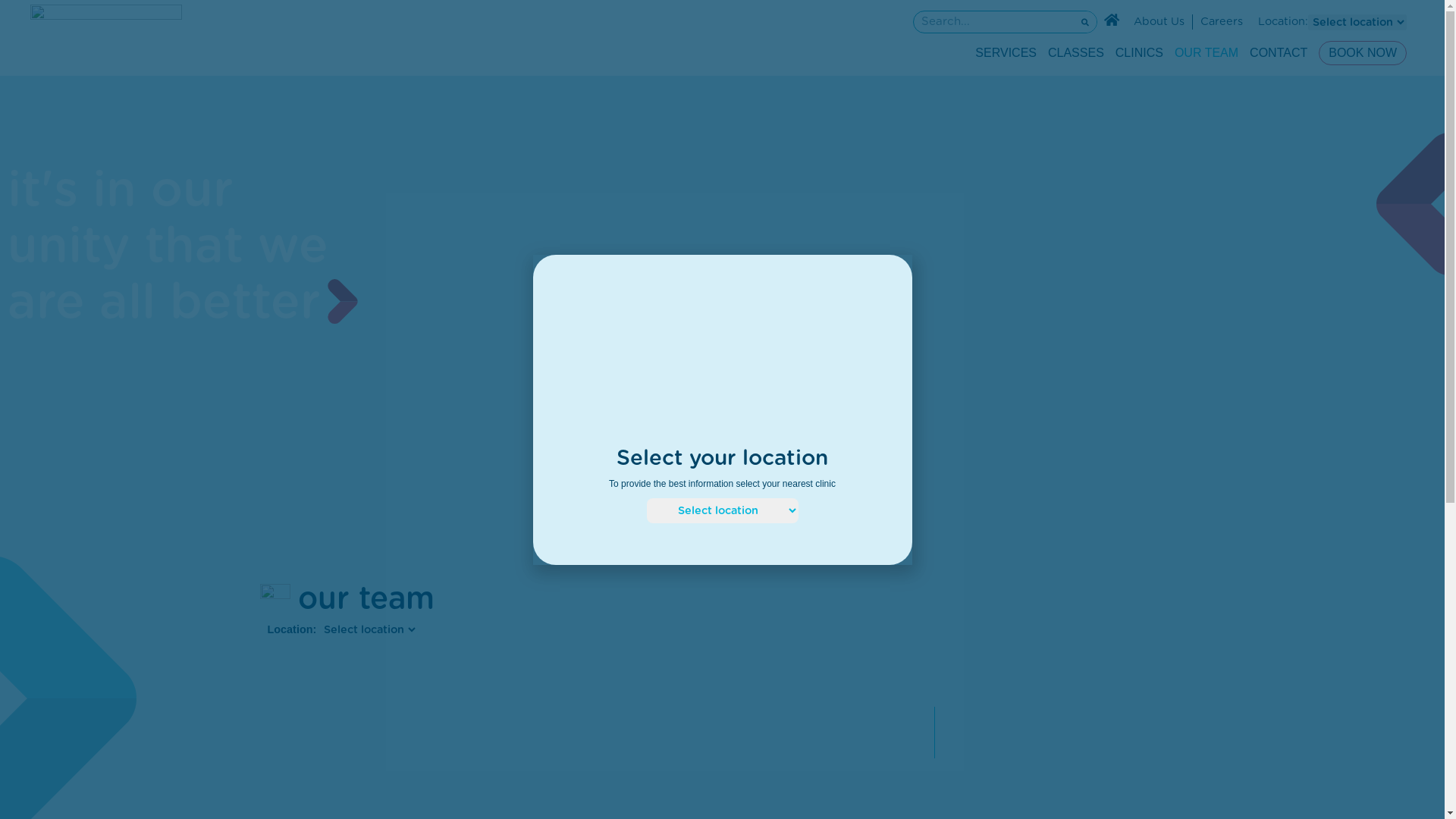  What do you see at coordinates (1073, 22) in the screenshot?
I see `'Search'` at bounding box center [1073, 22].